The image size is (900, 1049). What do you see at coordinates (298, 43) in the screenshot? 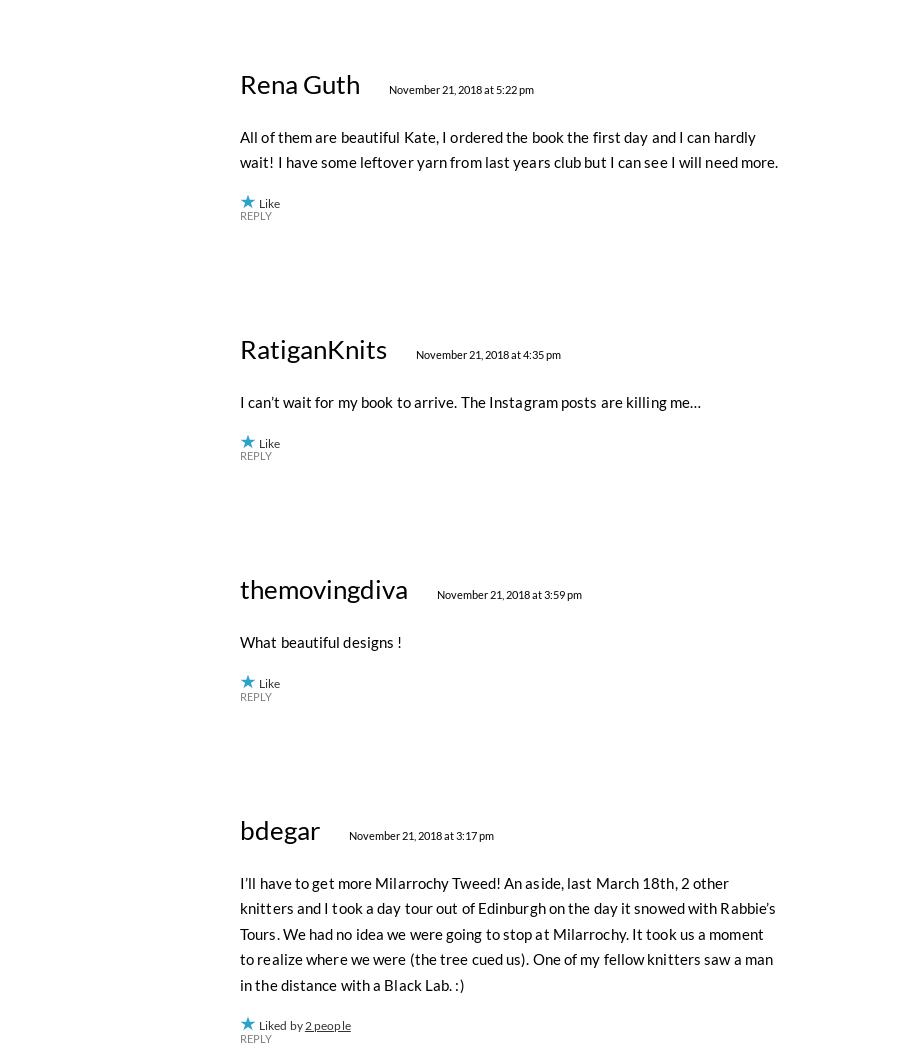
I see `'Susan'` at bounding box center [298, 43].